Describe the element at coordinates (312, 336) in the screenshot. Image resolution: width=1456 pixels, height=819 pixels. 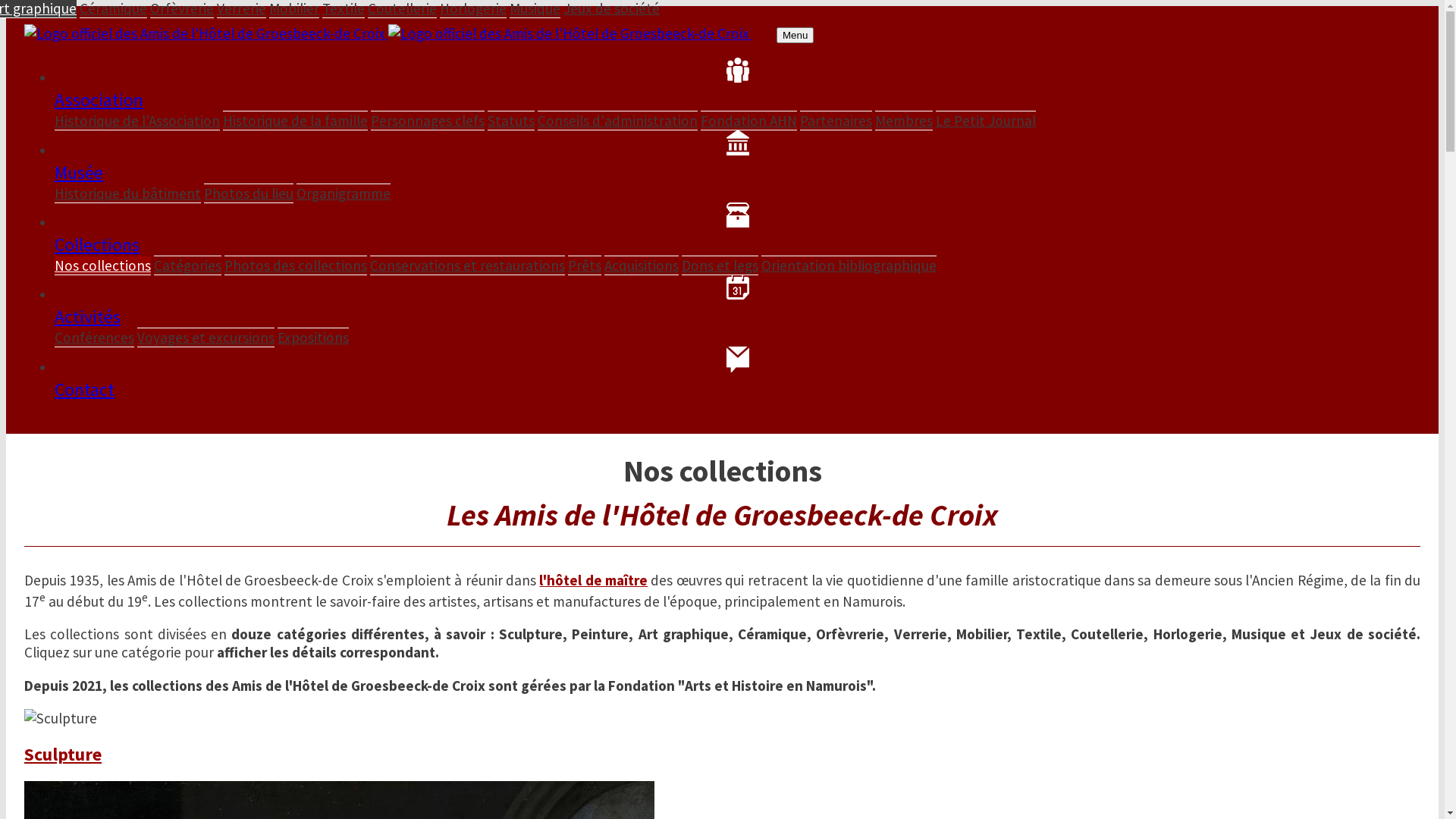
I see `'Expositions'` at that location.